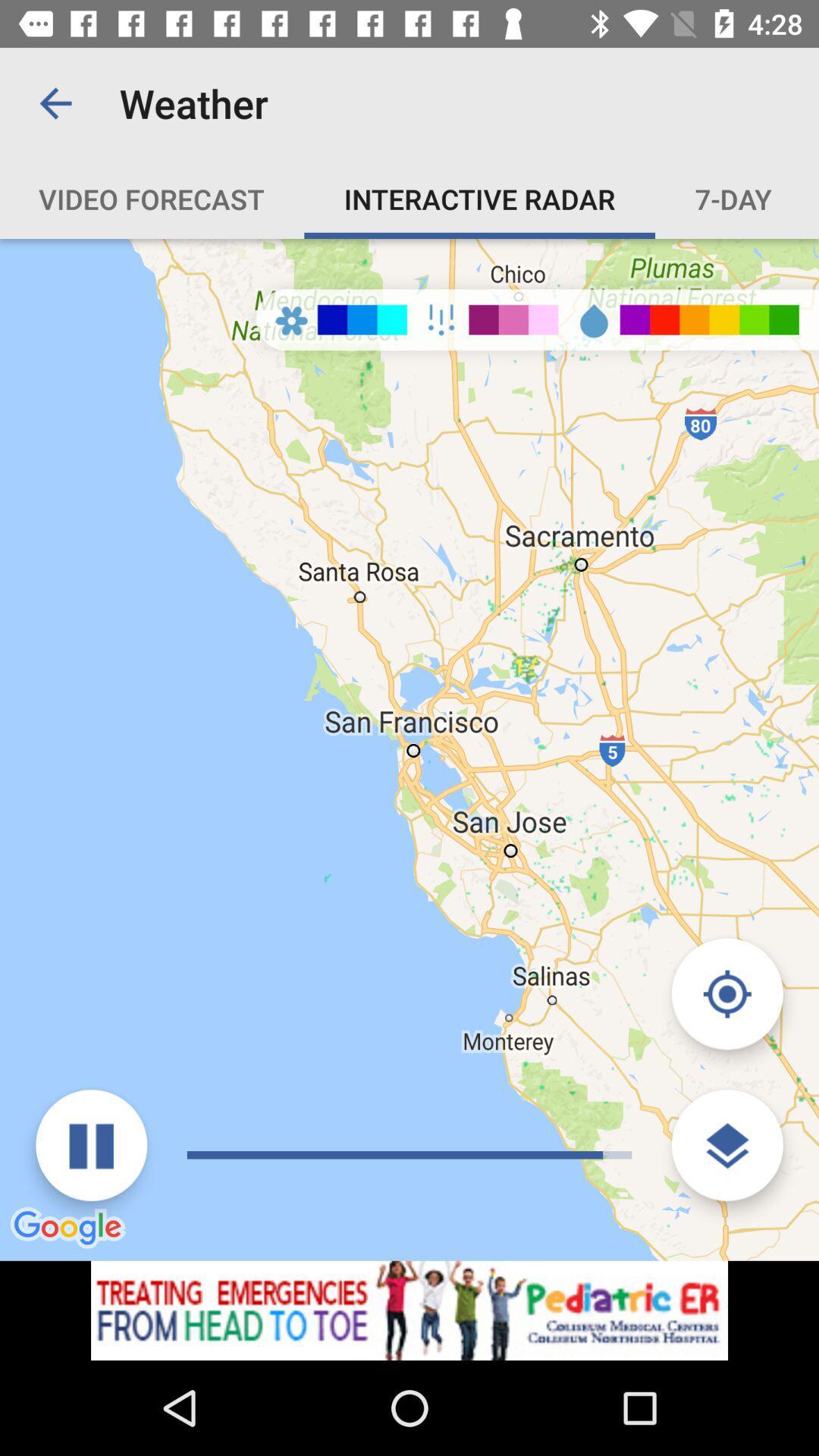 The image size is (819, 1456). I want to click on the layers icon, so click(726, 1145).